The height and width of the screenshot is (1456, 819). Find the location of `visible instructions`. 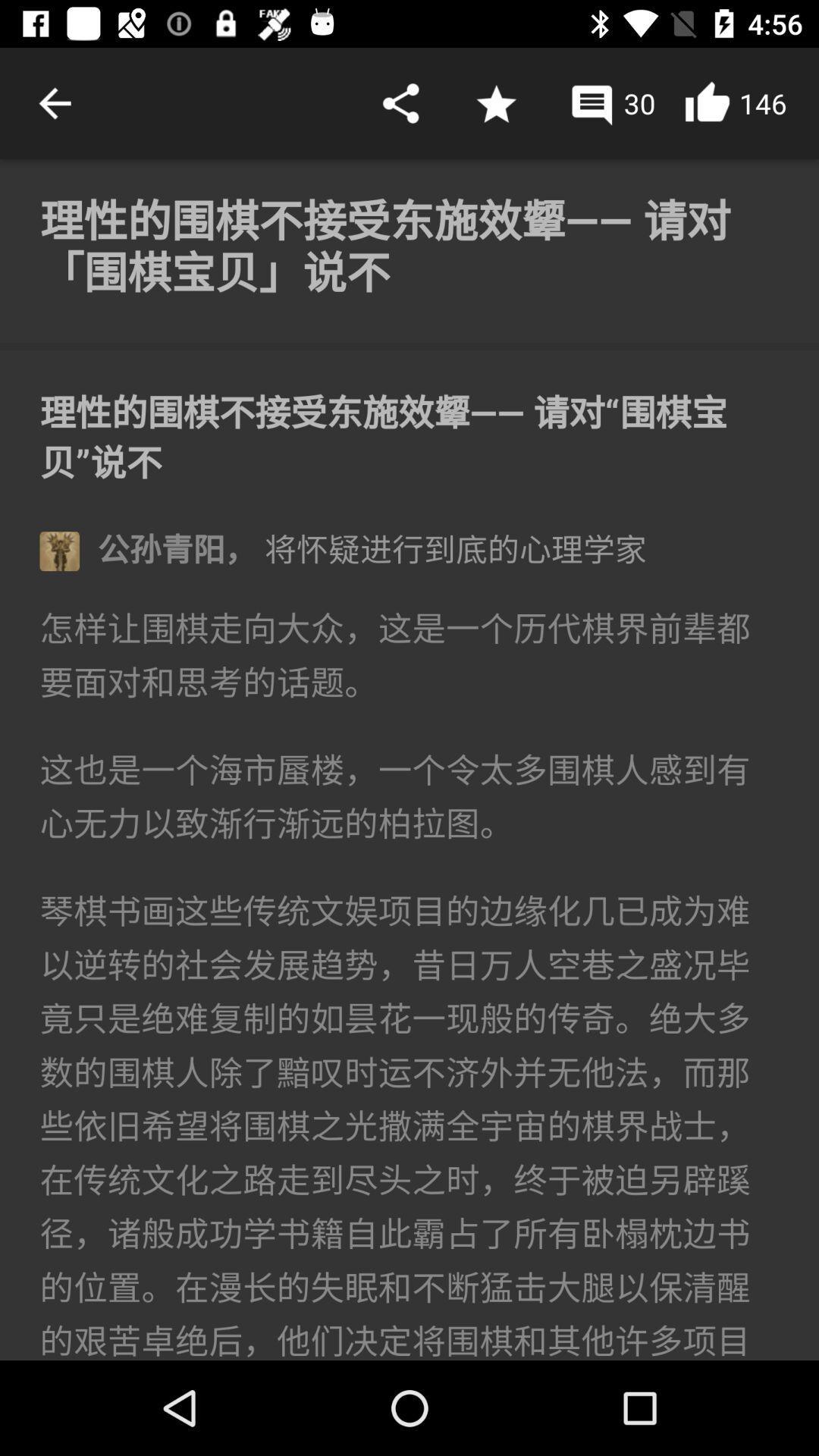

visible instructions is located at coordinates (409, 760).